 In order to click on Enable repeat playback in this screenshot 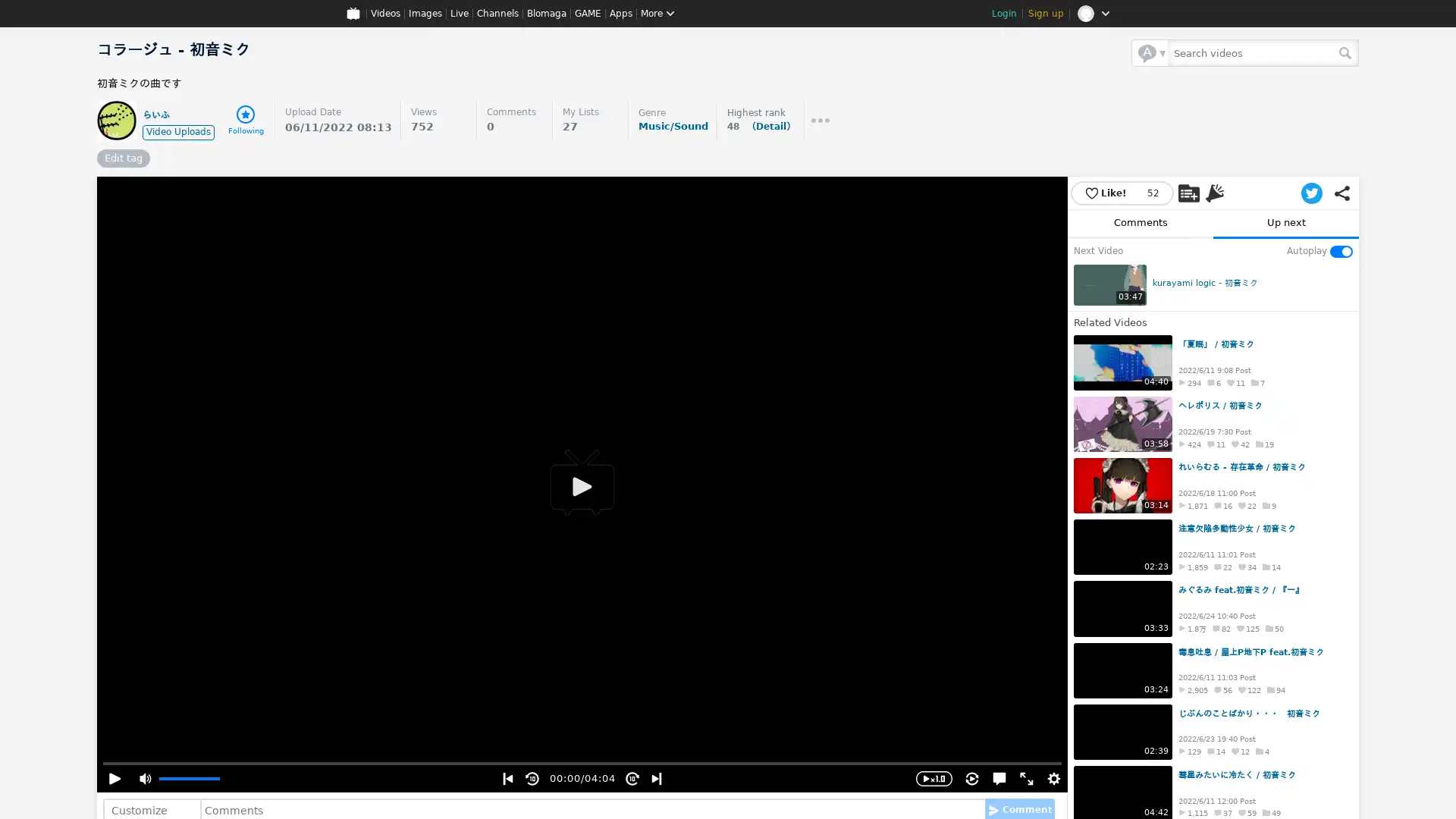, I will do `click(971, 778)`.